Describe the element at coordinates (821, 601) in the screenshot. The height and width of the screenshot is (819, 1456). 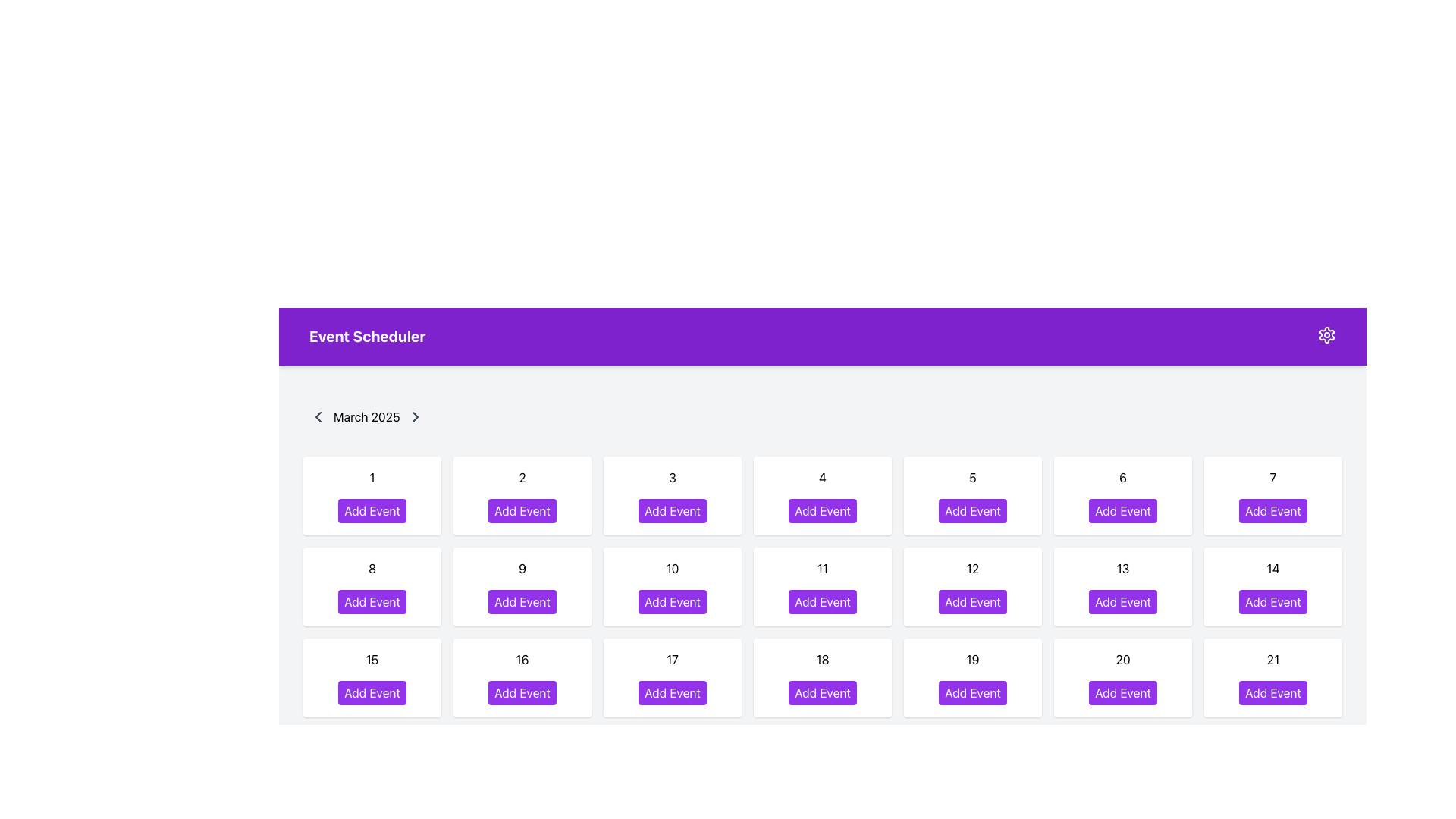
I see `the 'Add Event' button with rounded corners, vibrant purple background, and white text` at that location.